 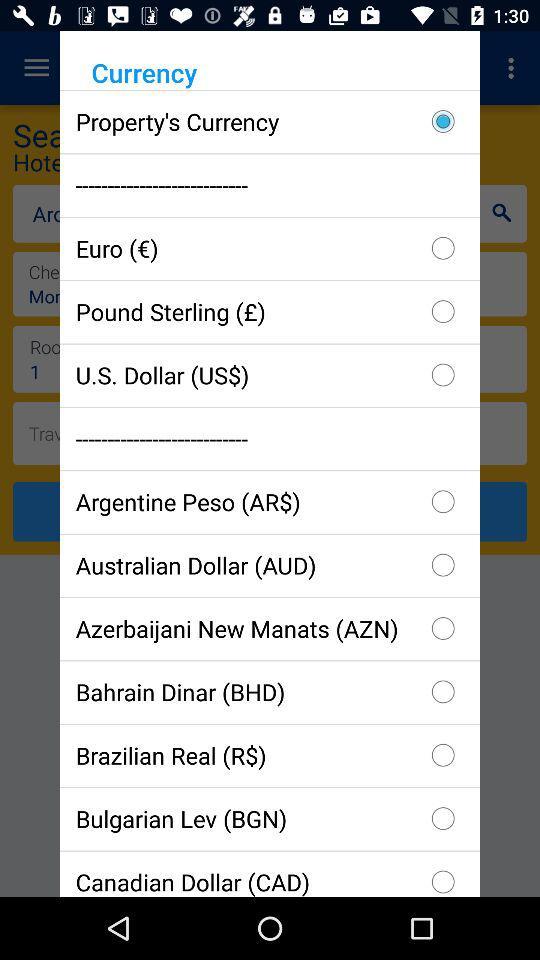 What do you see at coordinates (270, 872) in the screenshot?
I see `canadian dollar (cad)` at bounding box center [270, 872].